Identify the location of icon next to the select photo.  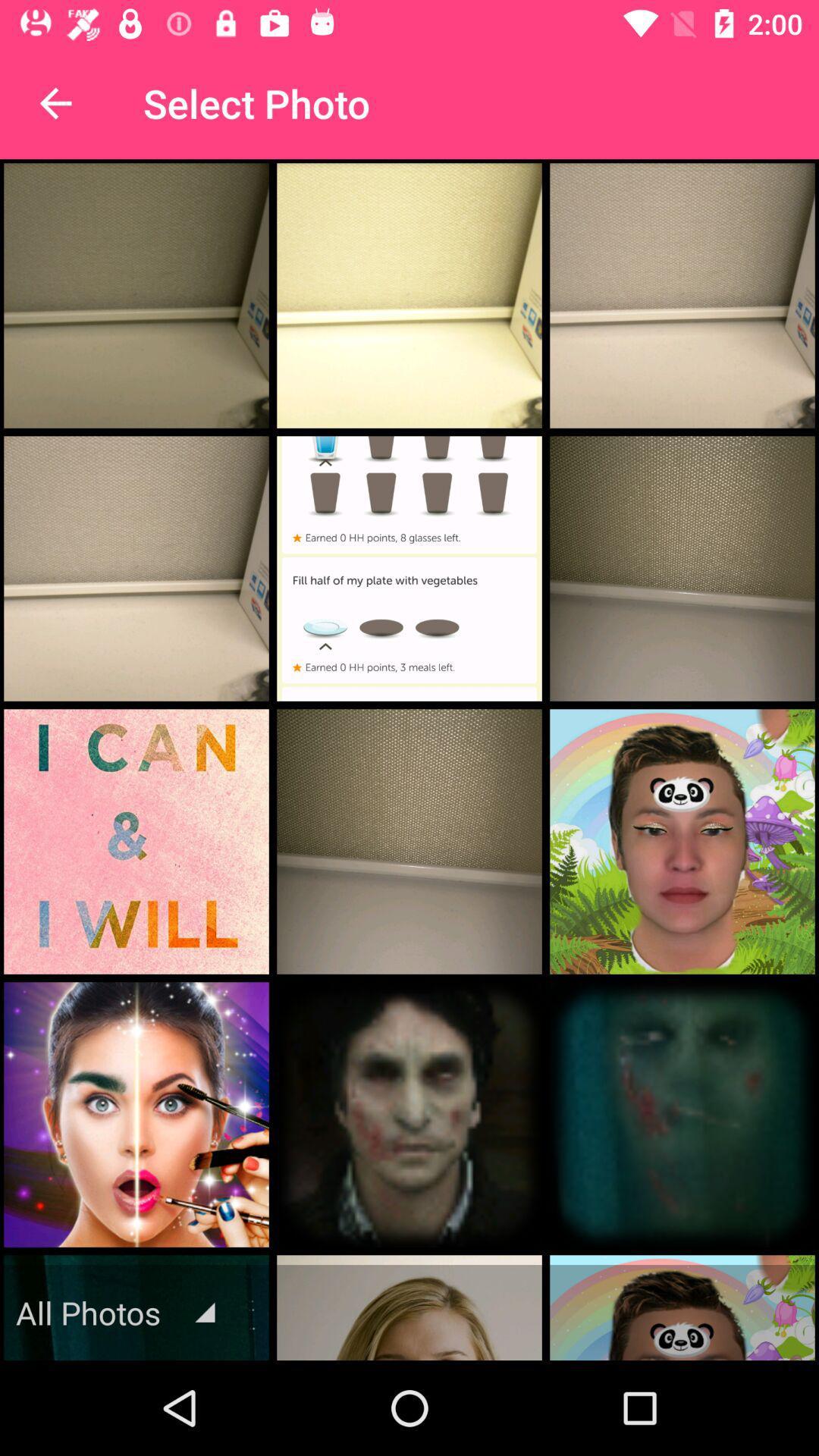
(55, 102).